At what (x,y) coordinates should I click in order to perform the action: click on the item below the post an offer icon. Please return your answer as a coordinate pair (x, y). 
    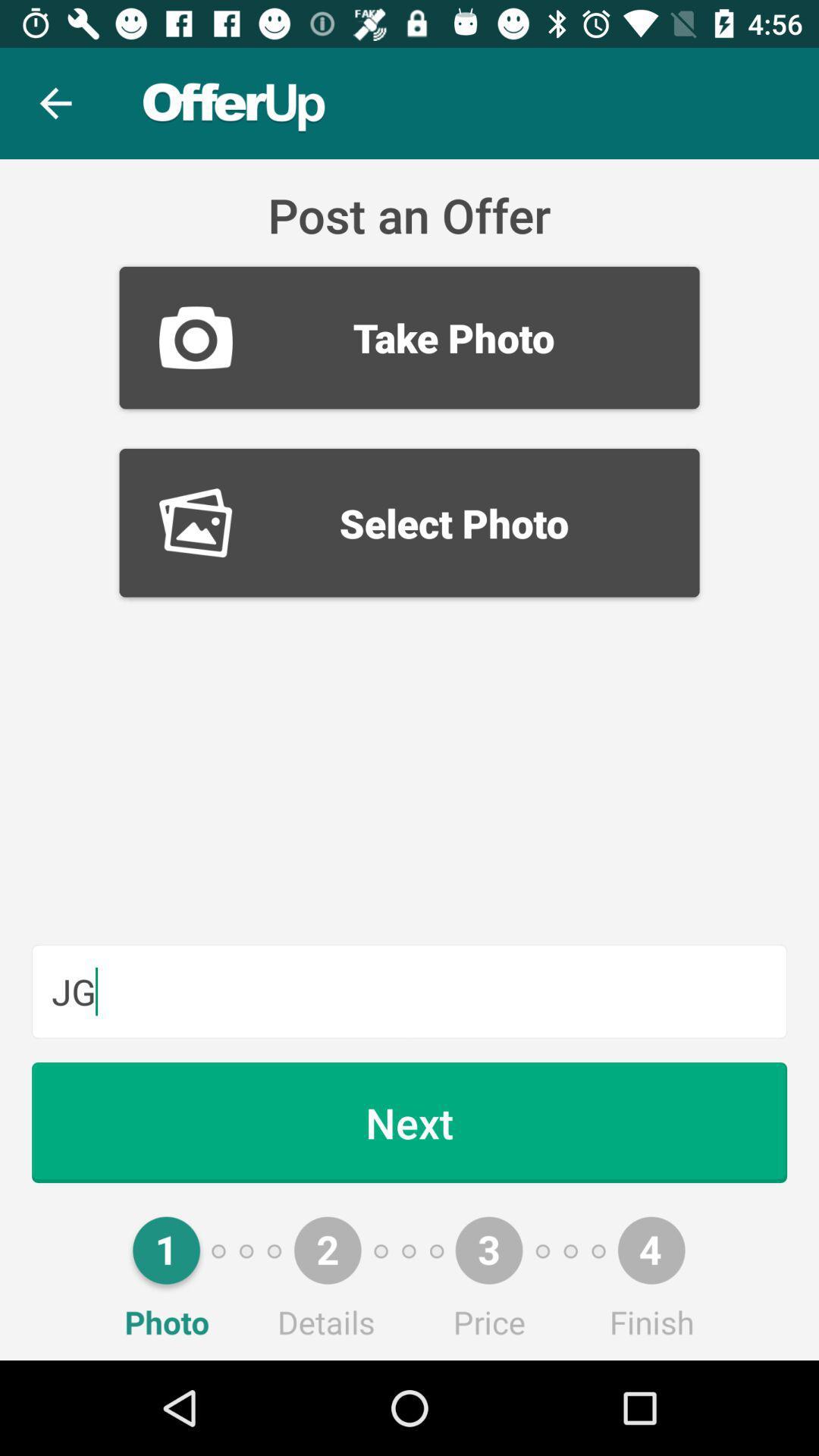
    Looking at the image, I should click on (409, 337).